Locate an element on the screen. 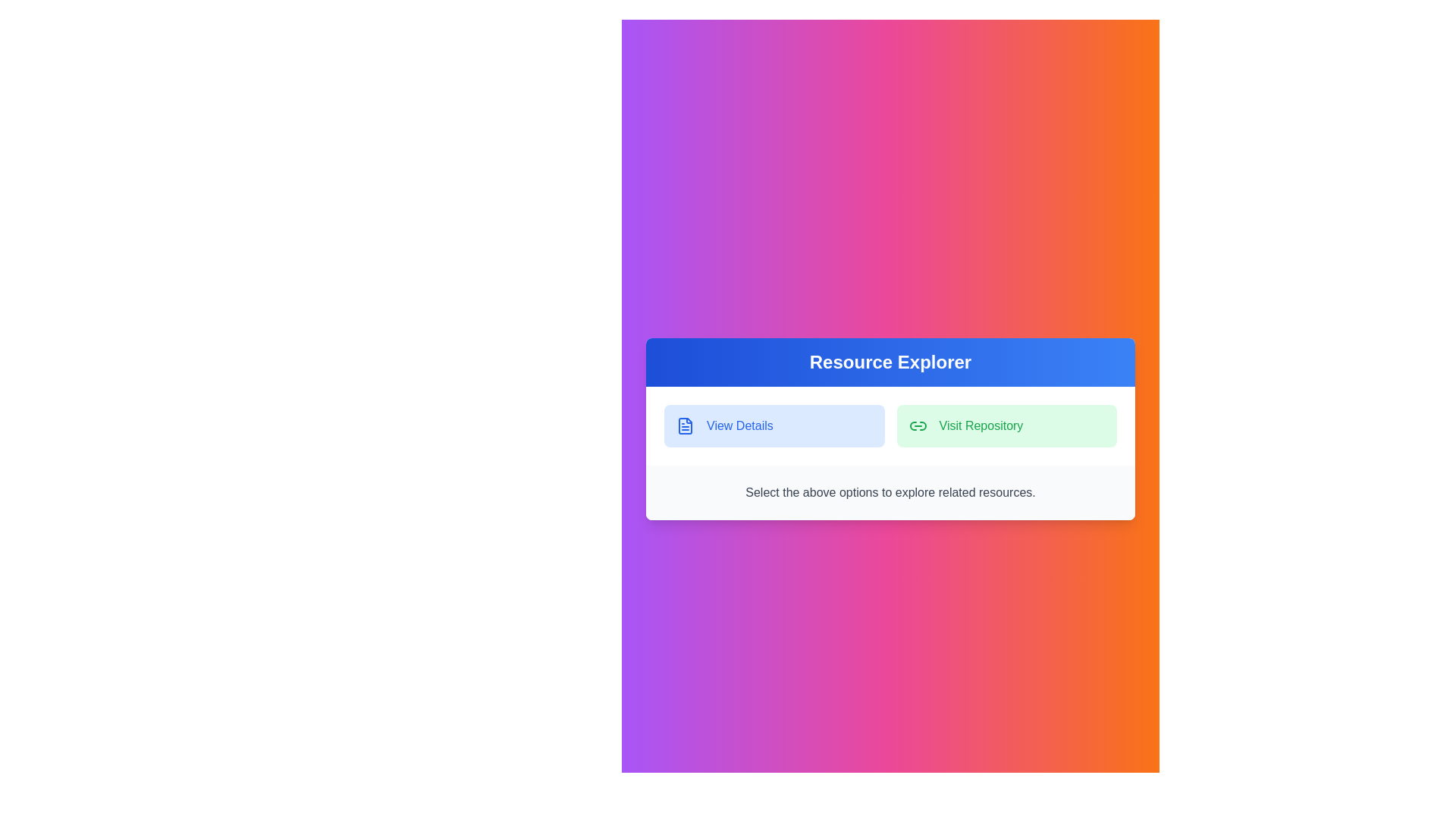 This screenshot has height=819, width=1456. the 'Visit Repository' text label located in the Resource Explorer modal, which is positioned to the right of an icon and occupies most of the text area is located at coordinates (981, 426).